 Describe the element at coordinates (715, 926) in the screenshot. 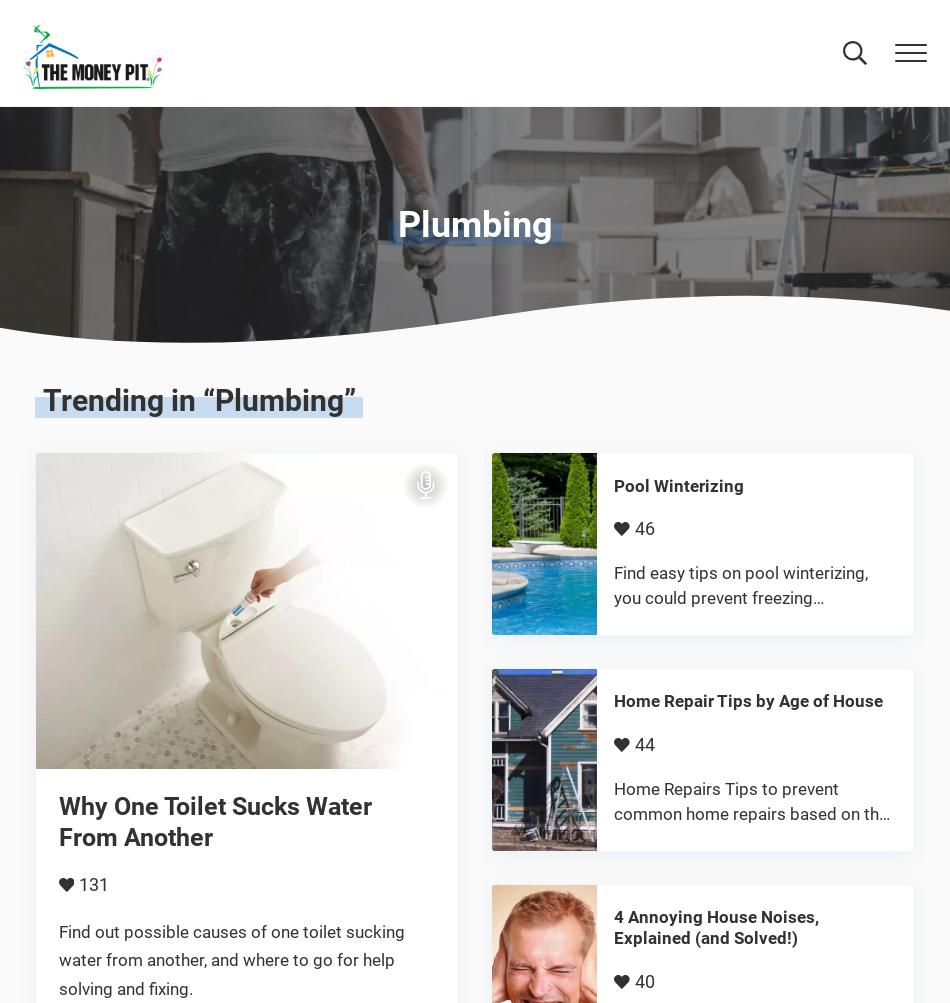

I see `'4 Annoying House Noises, Explained (and Solved!)'` at that location.